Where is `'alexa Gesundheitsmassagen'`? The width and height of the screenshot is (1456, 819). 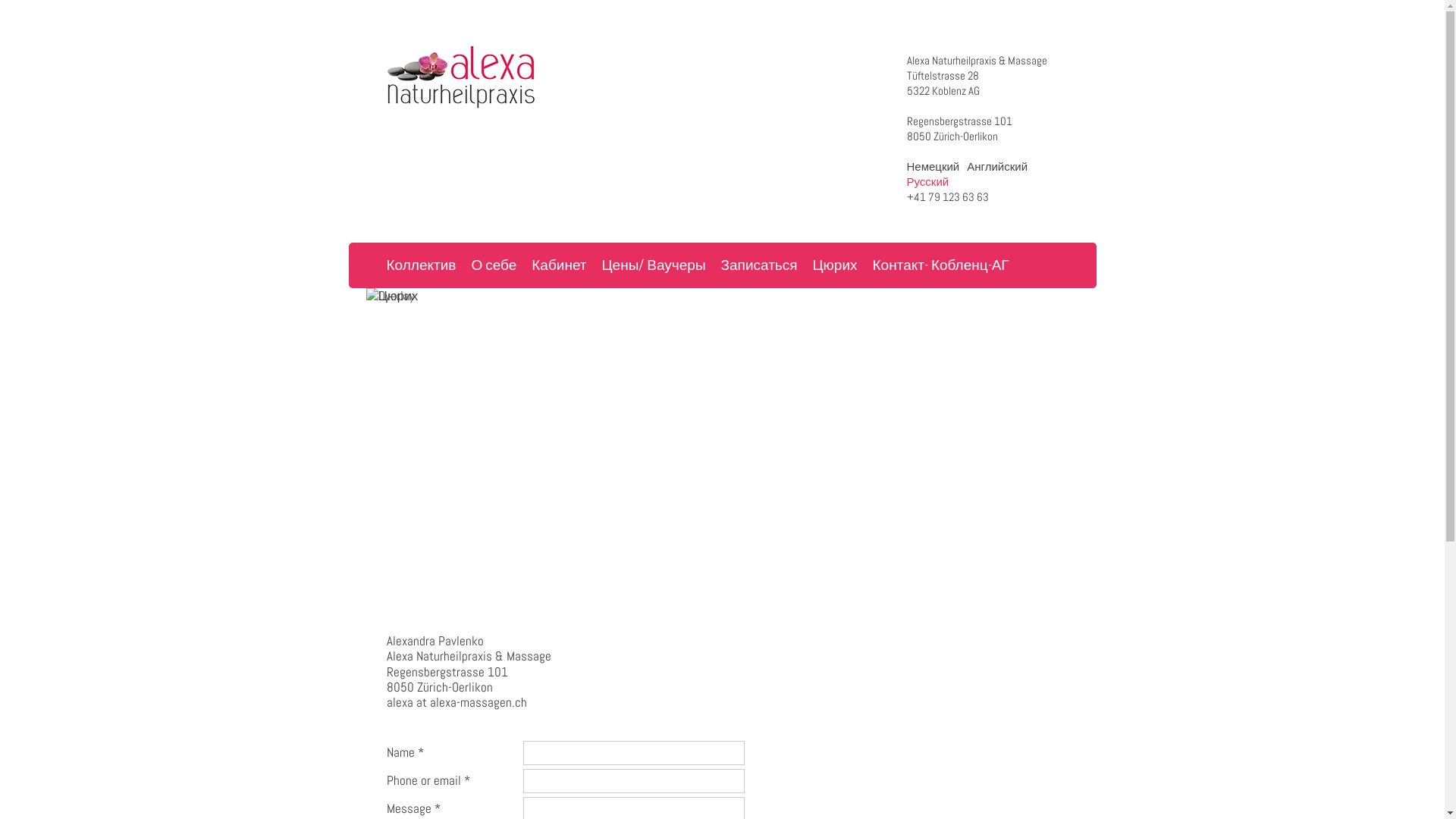
'alexa Gesundheitsmassagen' is located at coordinates (470, 77).